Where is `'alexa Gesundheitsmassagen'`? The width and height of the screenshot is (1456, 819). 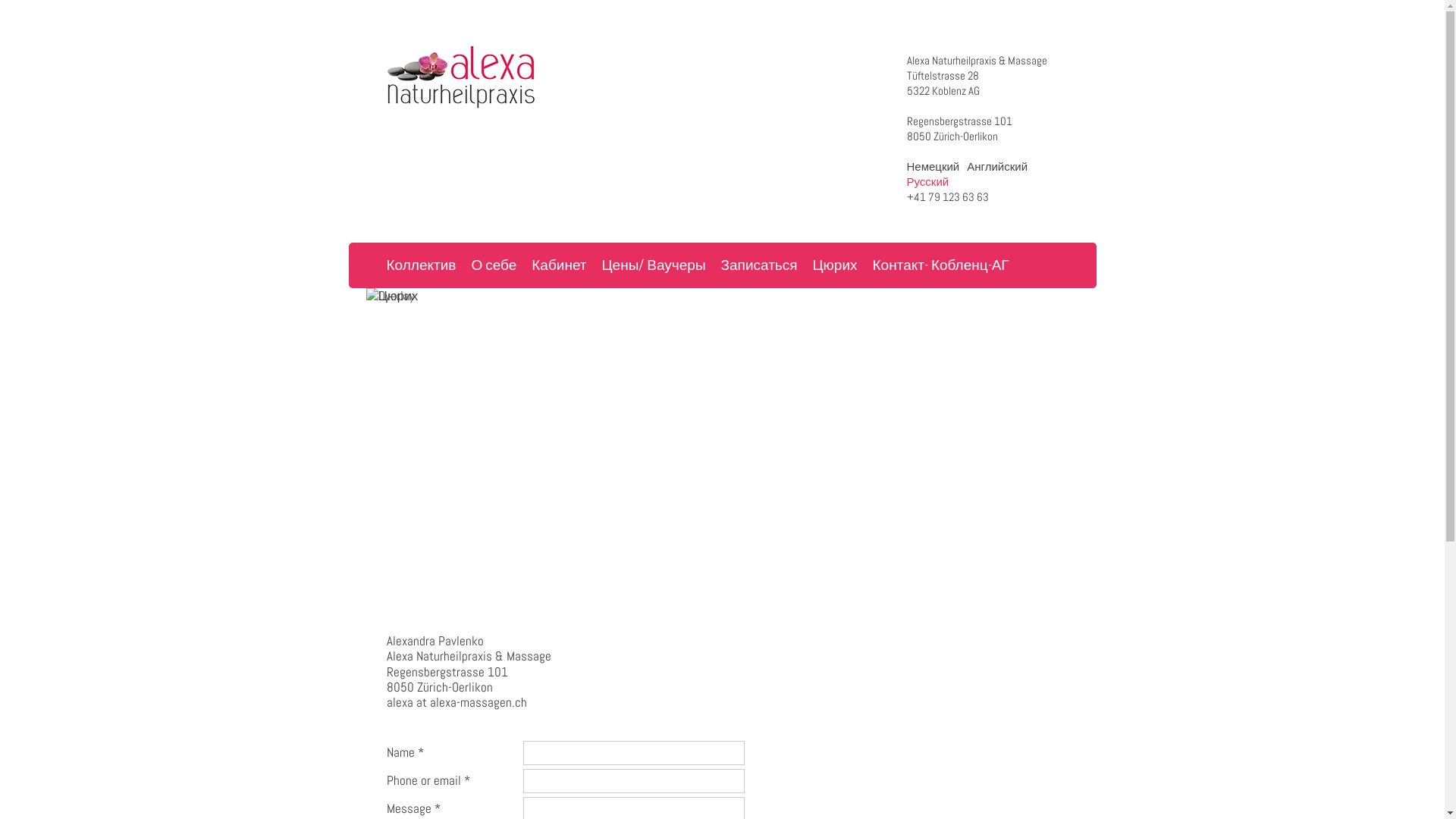
'alexa Gesundheitsmassagen' is located at coordinates (470, 77).